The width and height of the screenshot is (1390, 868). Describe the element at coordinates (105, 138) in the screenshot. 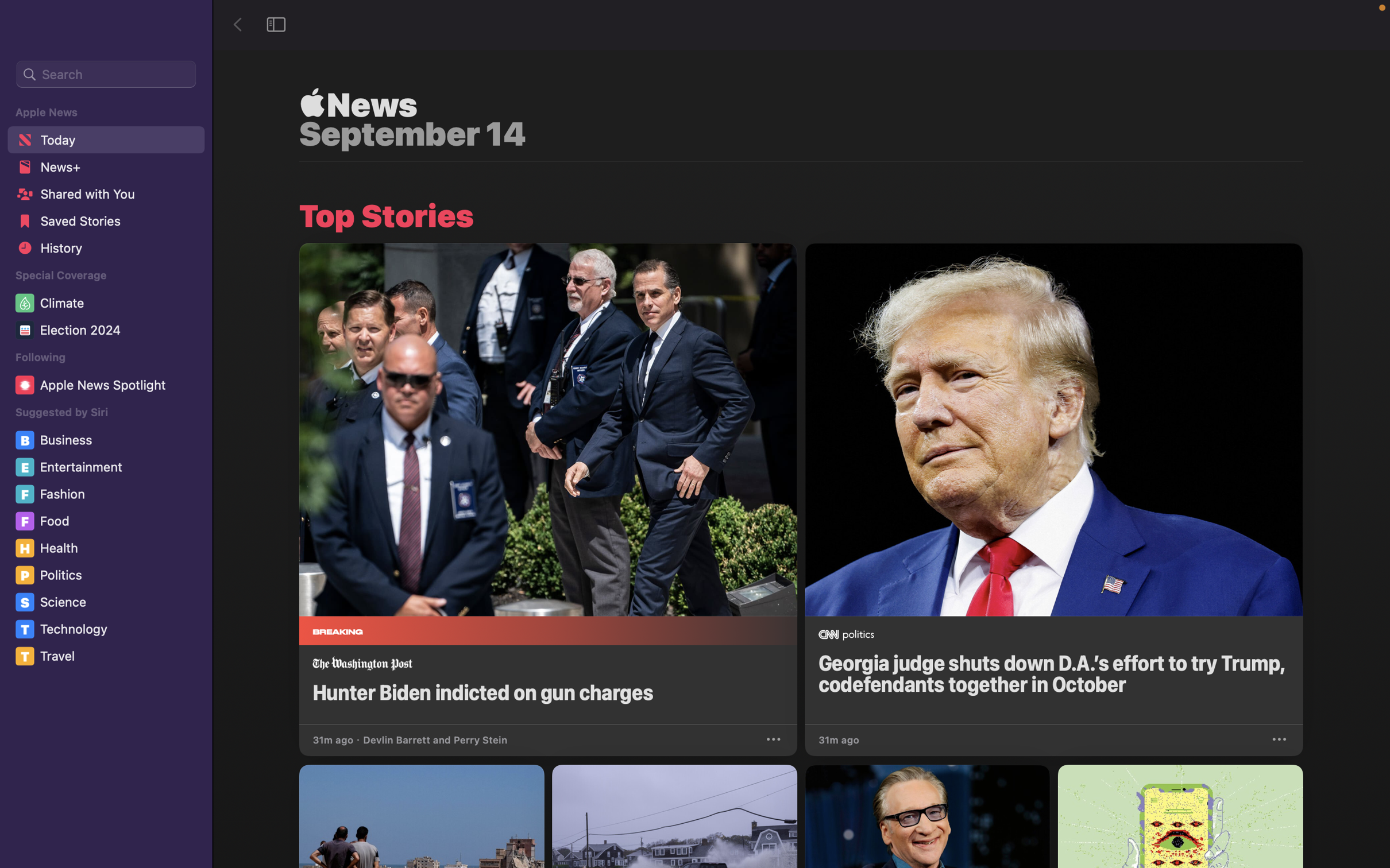

I see `the "Today" part` at that location.